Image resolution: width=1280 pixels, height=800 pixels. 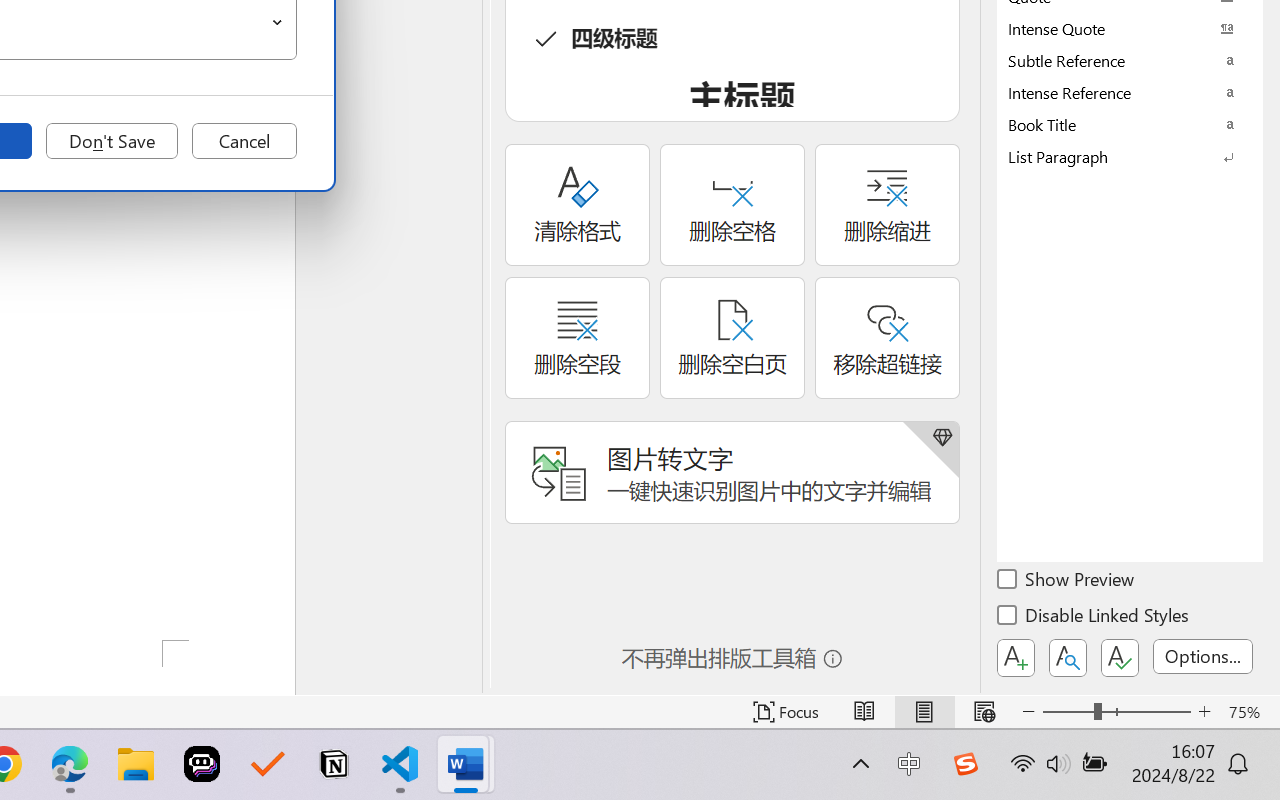 I want to click on 'Read Mode', so click(x=864, y=711).